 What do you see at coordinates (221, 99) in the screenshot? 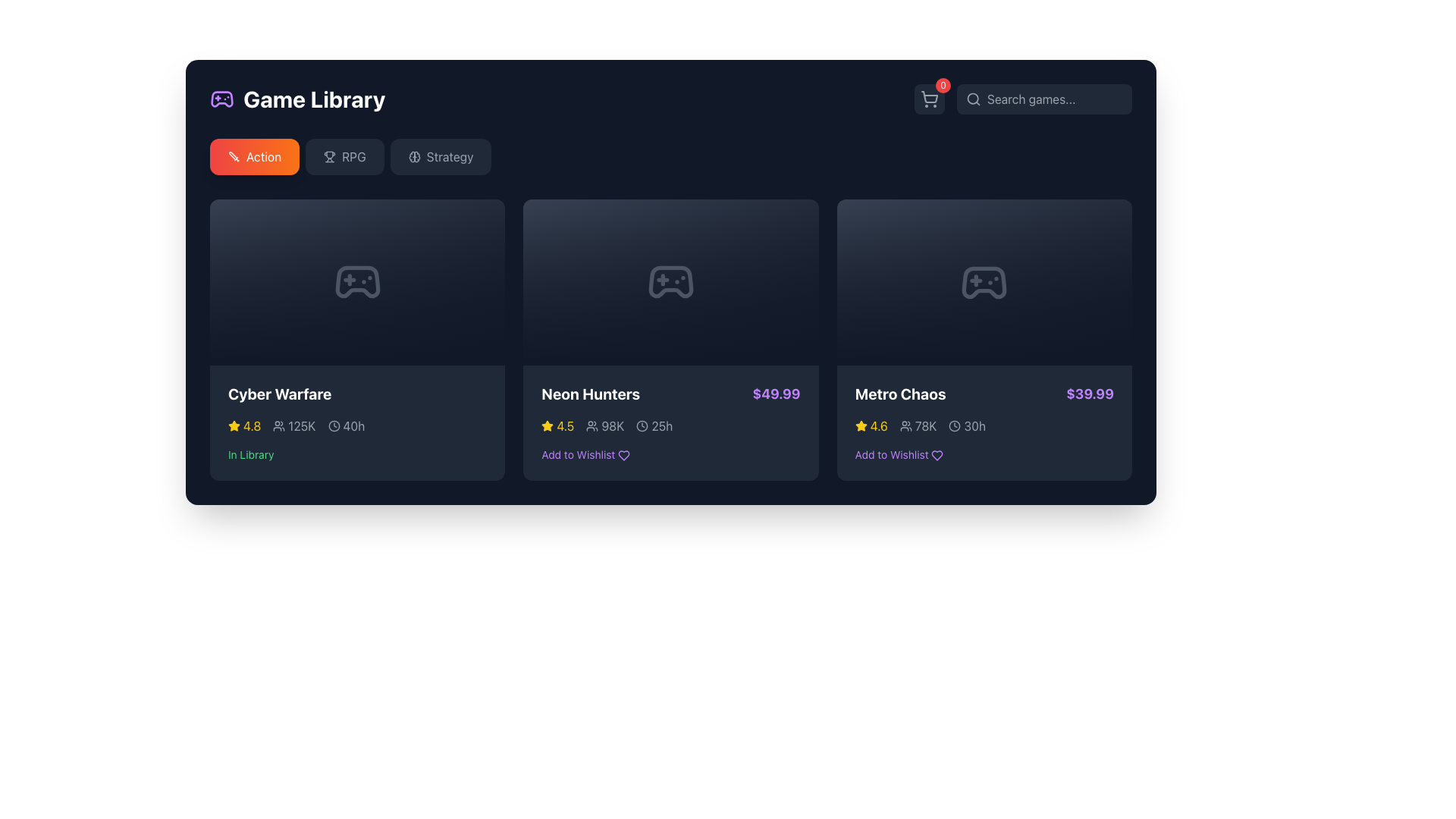
I see `the purple game controller icon located to the left of the 'Game Library' text element in the header section` at bounding box center [221, 99].